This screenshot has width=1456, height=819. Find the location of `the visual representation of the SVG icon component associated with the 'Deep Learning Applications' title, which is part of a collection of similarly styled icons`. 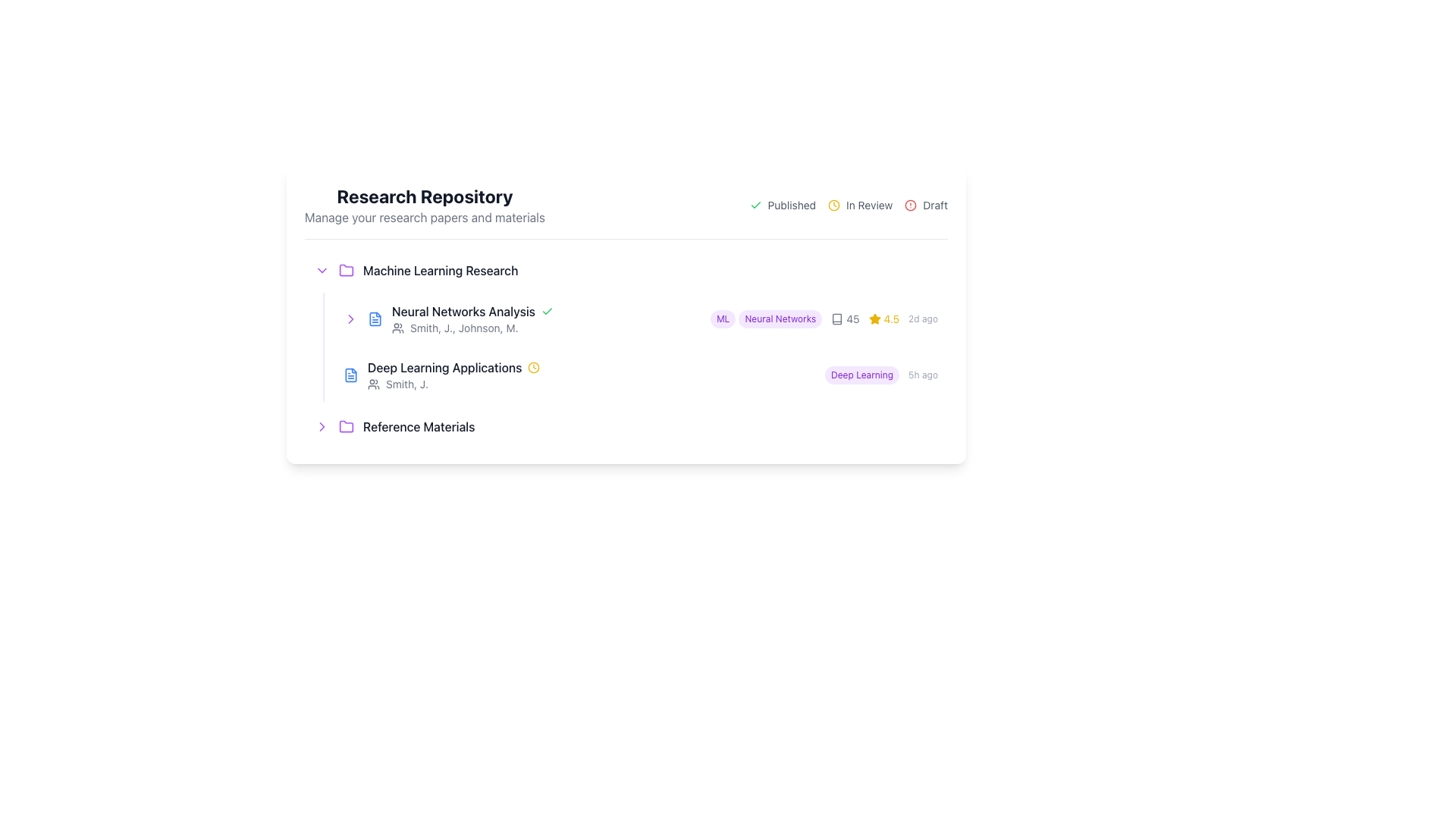

the visual representation of the SVG icon component associated with the 'Deep Learning Applications' title, which is part of a collection of similarly styled icons is located at coordinates (350, 375).